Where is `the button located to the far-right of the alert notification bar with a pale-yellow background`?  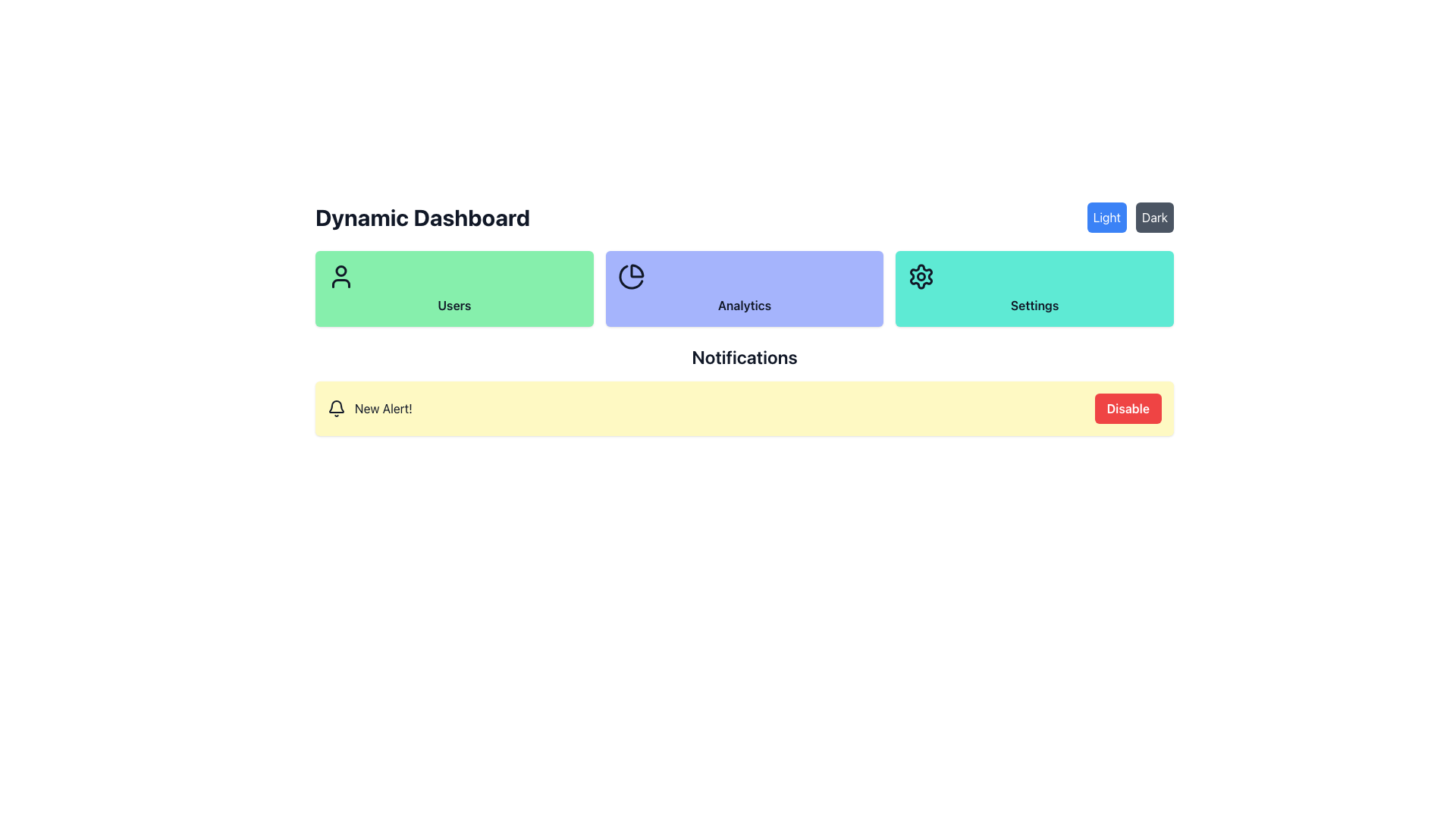
the button located to the far-right of the alert notification bar with a pale-yellow background is located at coordinates (1128, 408).